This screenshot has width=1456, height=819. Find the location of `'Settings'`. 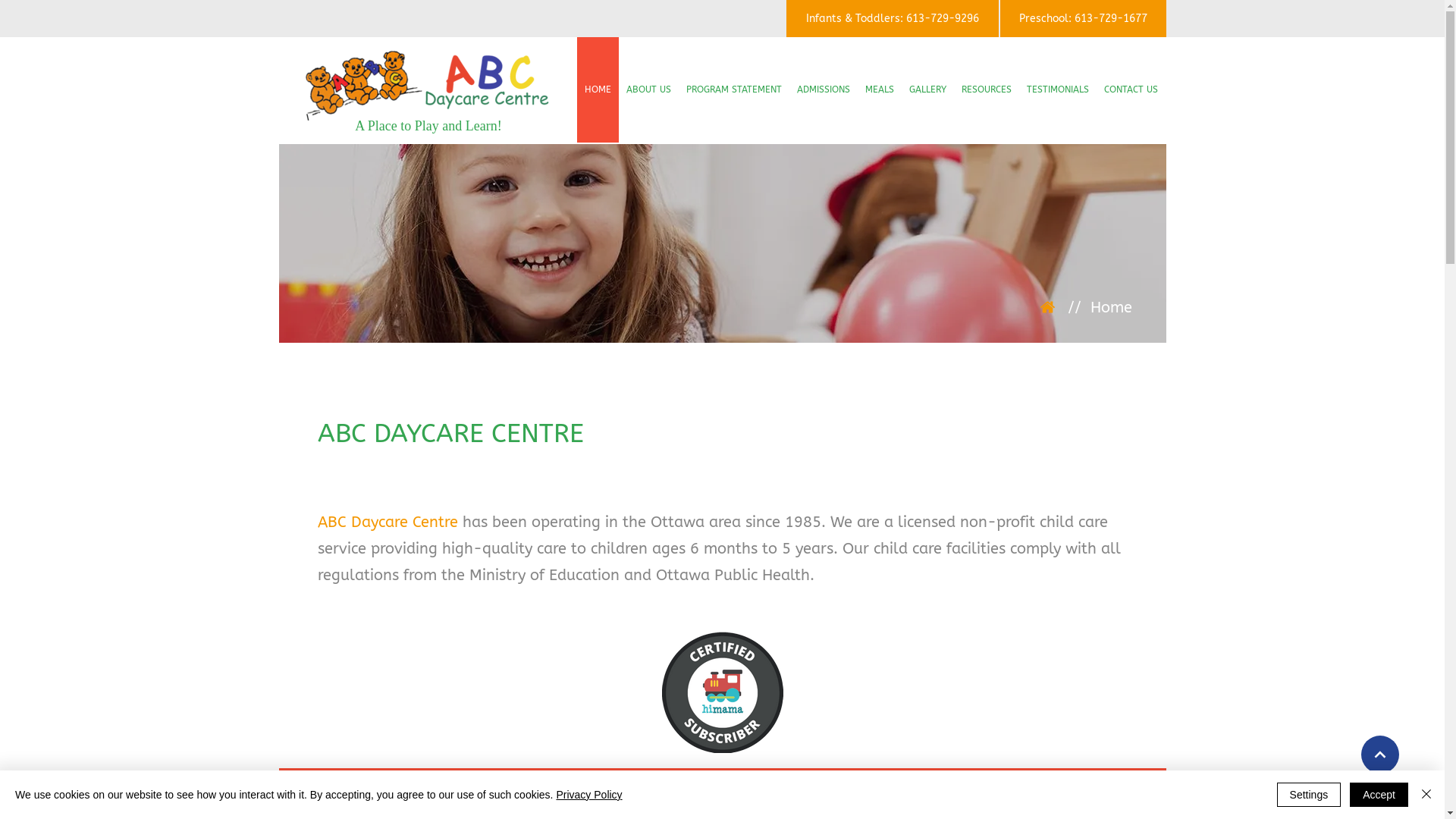

'Settings' is located at coordinates (1308, 794).